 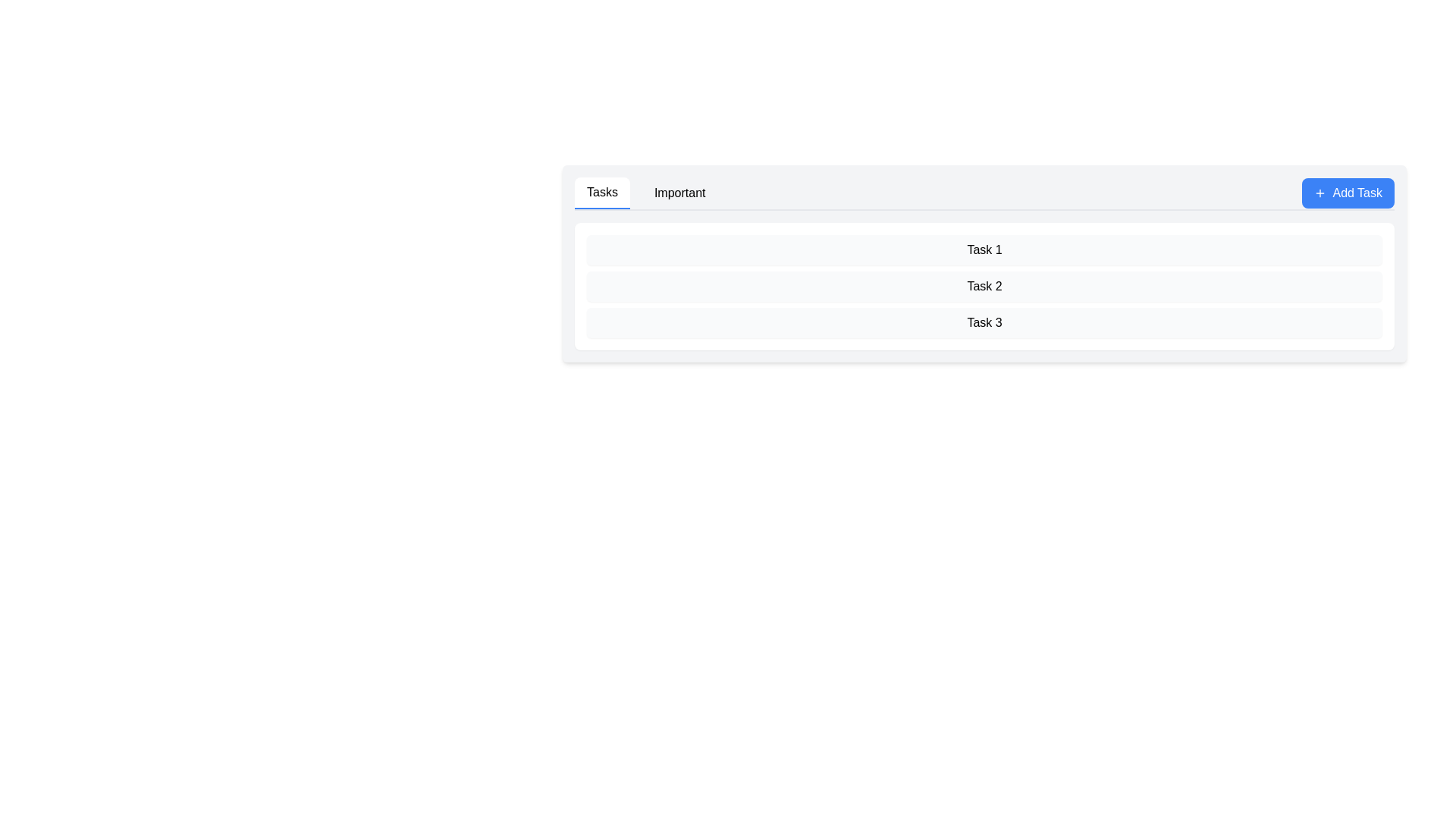 I want to click on the 'Add Task' button, so click(x=1348, y=192).